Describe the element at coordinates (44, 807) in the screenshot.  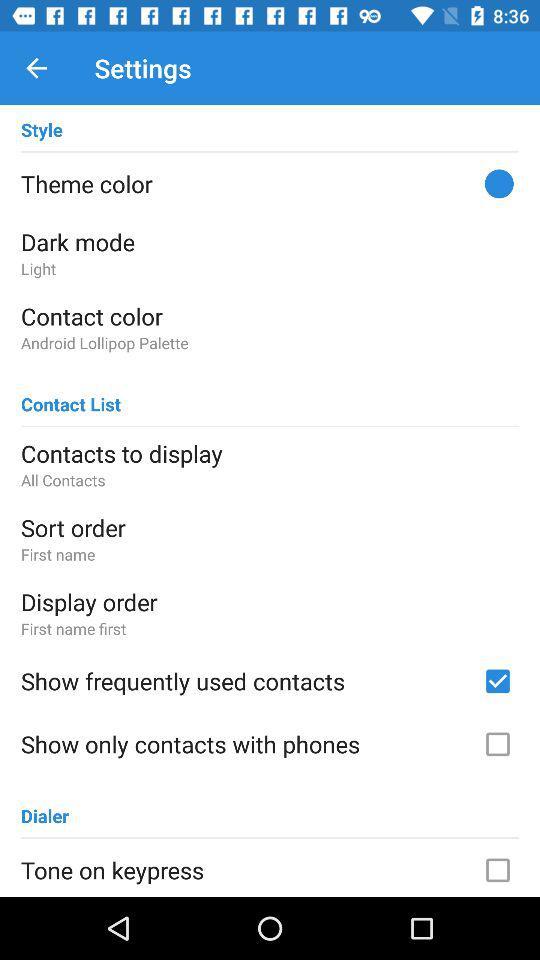
I see `the item below the show only contacts icon` at that location.